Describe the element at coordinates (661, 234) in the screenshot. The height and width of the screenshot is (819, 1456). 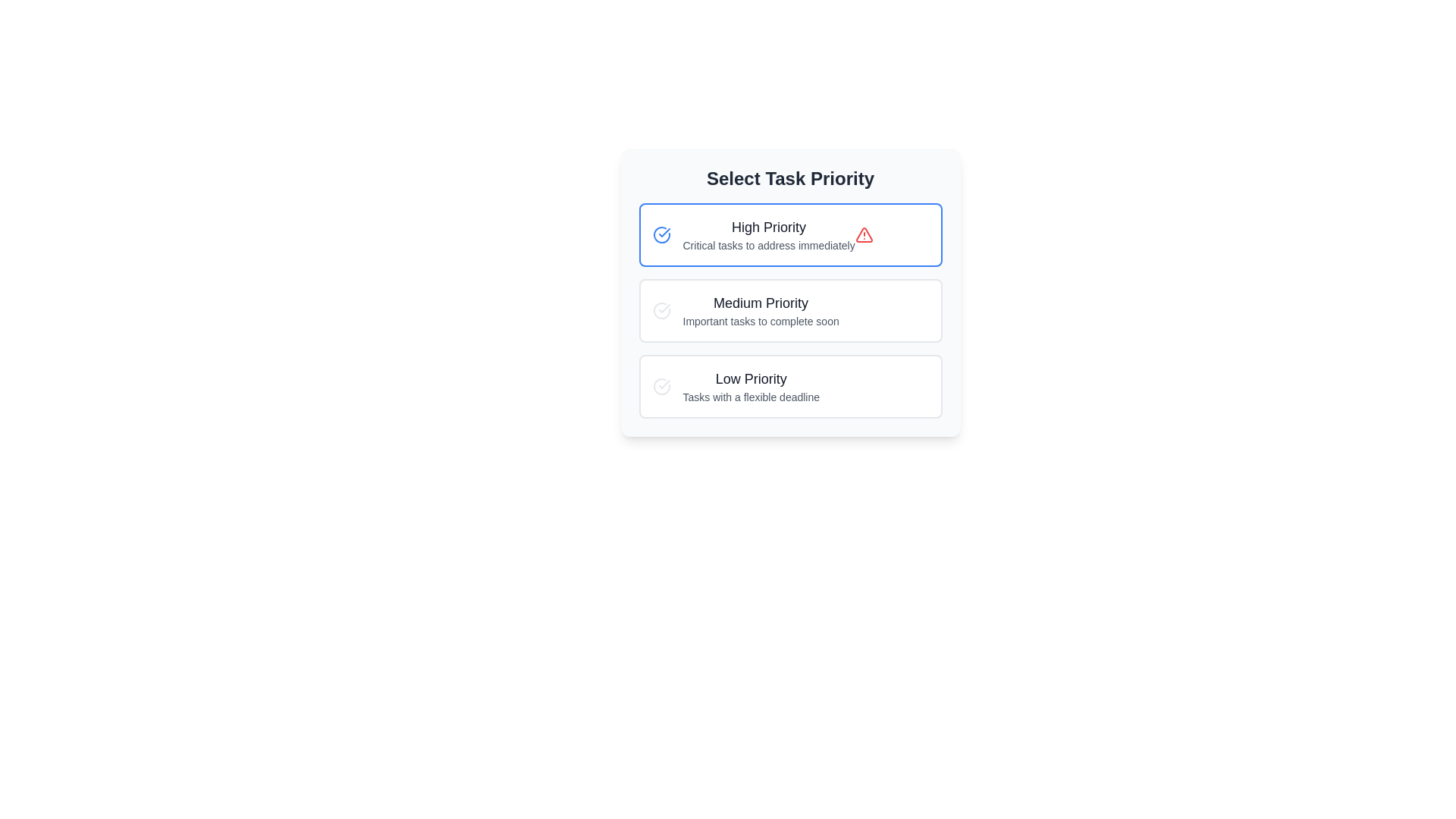
I see `the circular vector graphic icon with a geometric pattern representing a partial curve or arc, located in the topmost 'High Priority' option box within the task selection interface` at that location.